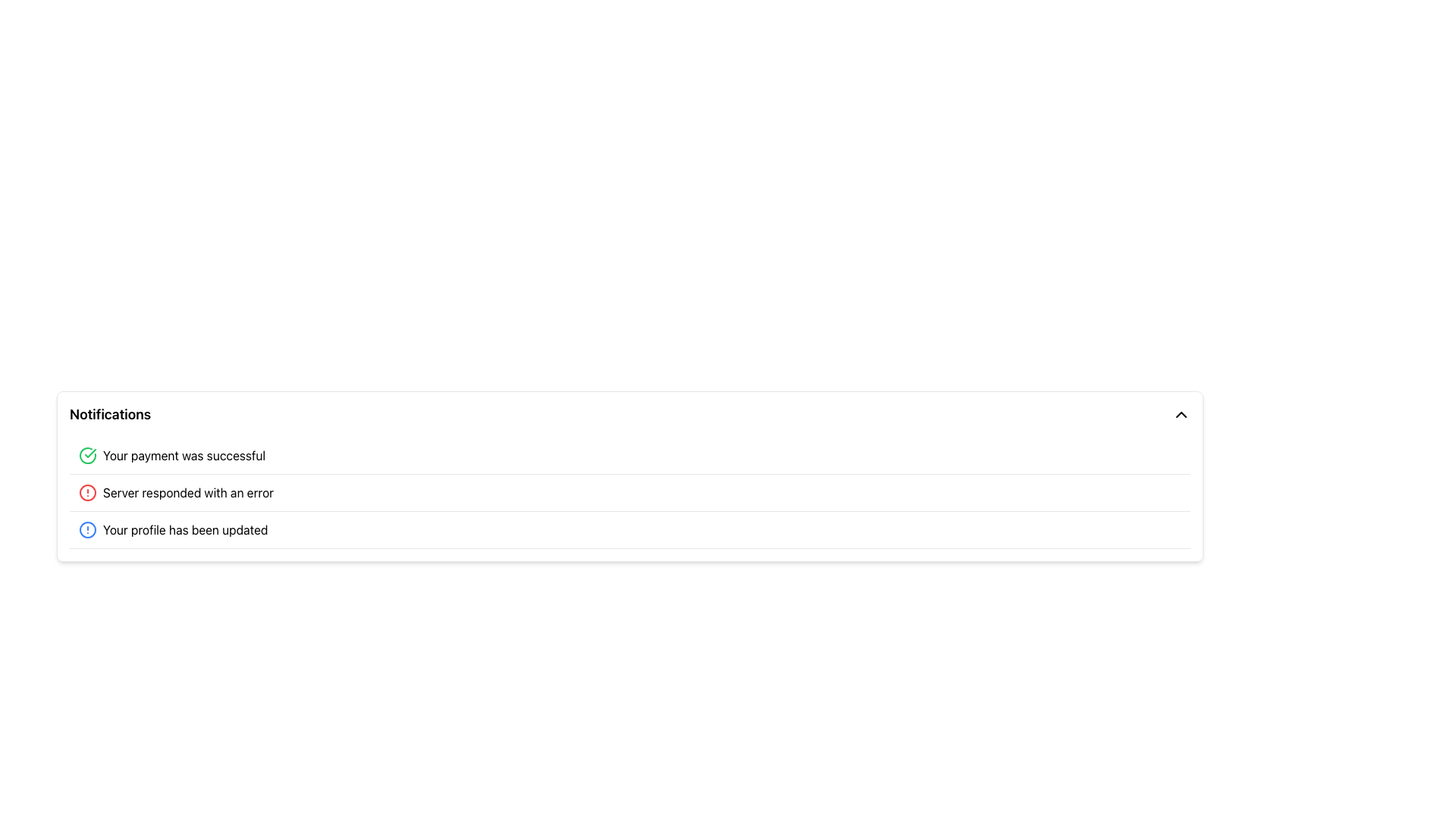 This screenshot has height=819, width=1456. I want to click on the checkmark icon, which is styled with a green stroke and located in the first row of the notification list next to the success message 'Your payment was successful', so click(89, 452).